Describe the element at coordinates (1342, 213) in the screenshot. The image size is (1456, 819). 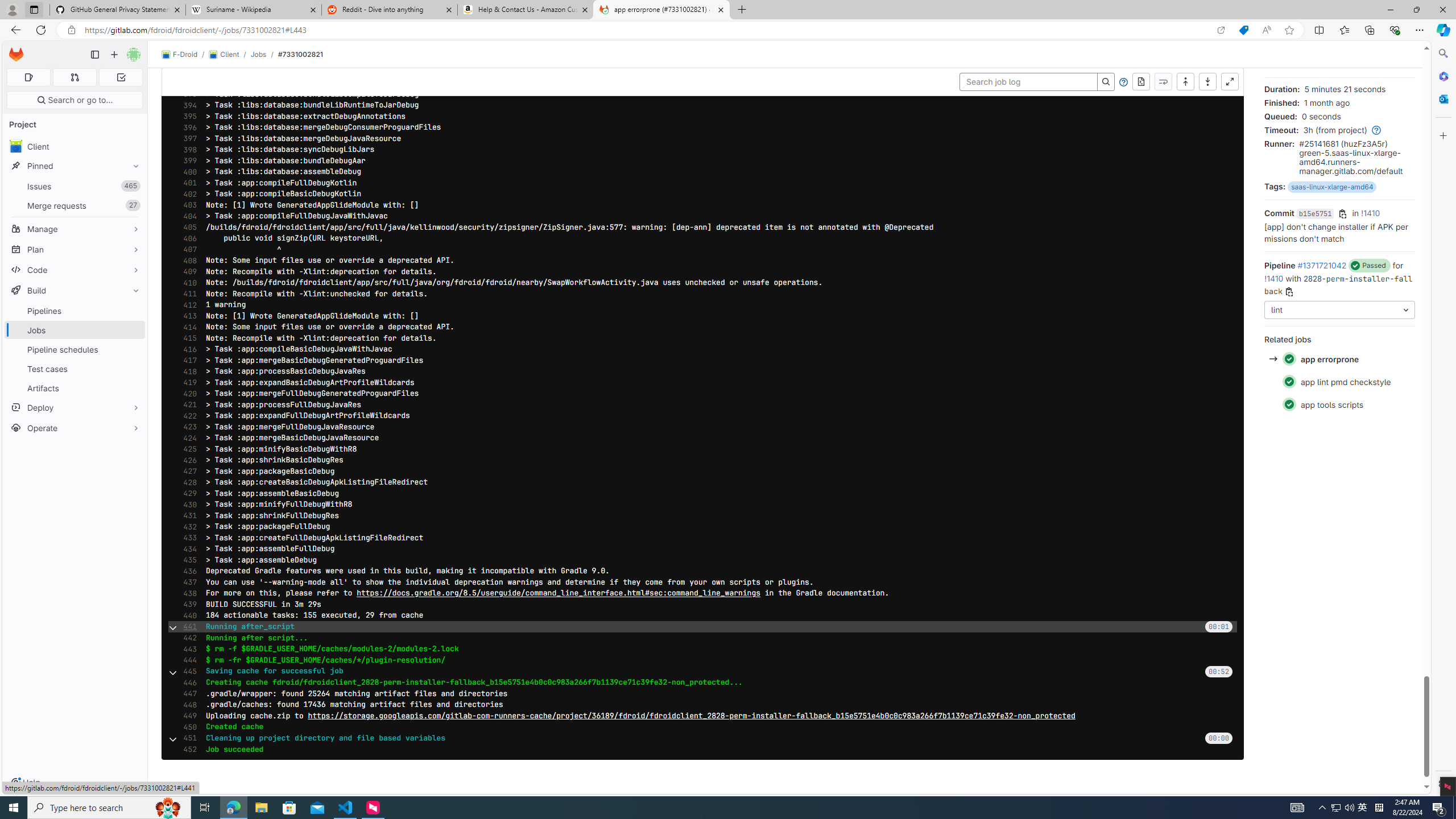
I see `'Copy commit SHA'` at that location.